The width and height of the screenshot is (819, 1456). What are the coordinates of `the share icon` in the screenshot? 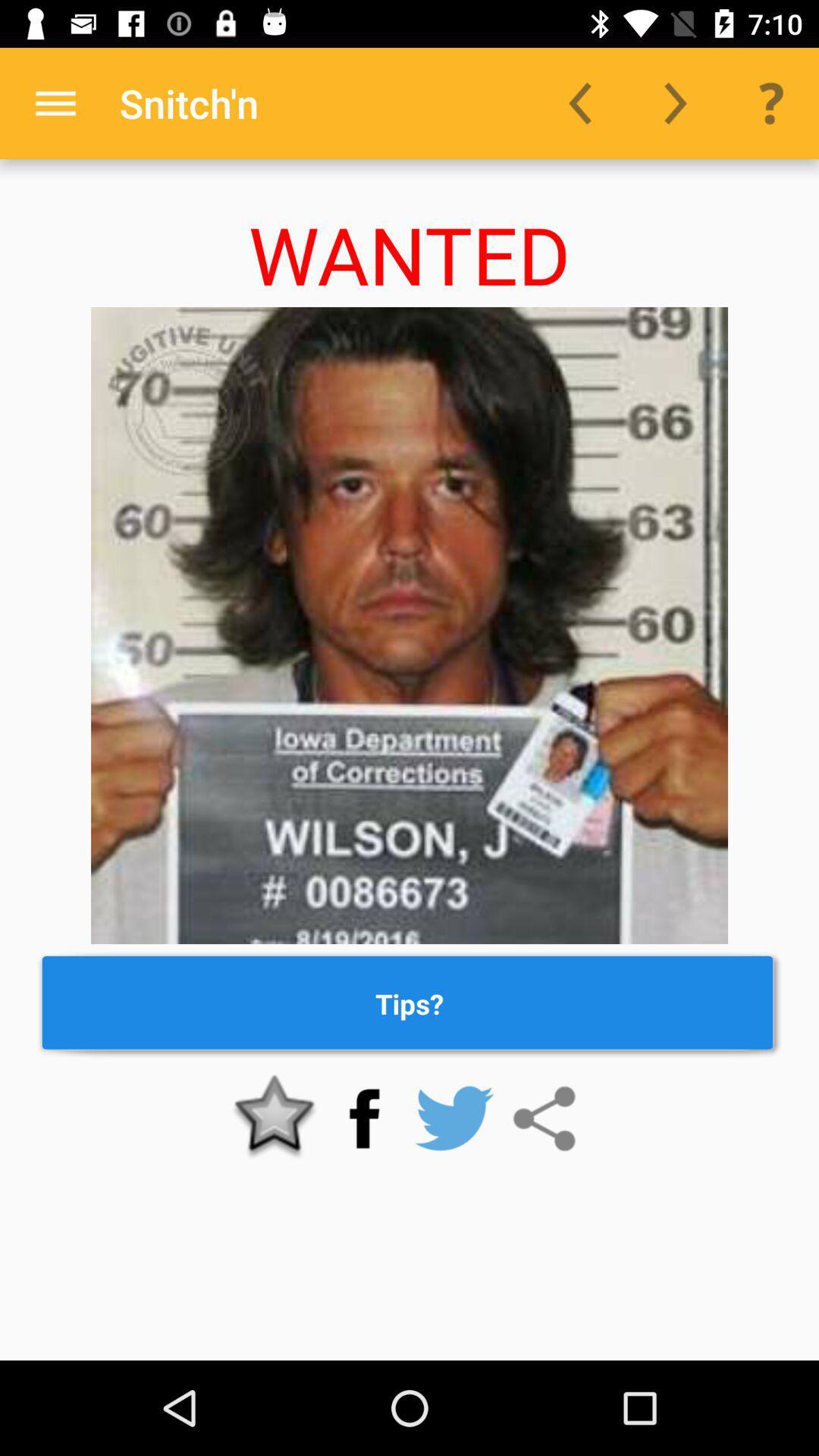 It's located at (543, 1119).